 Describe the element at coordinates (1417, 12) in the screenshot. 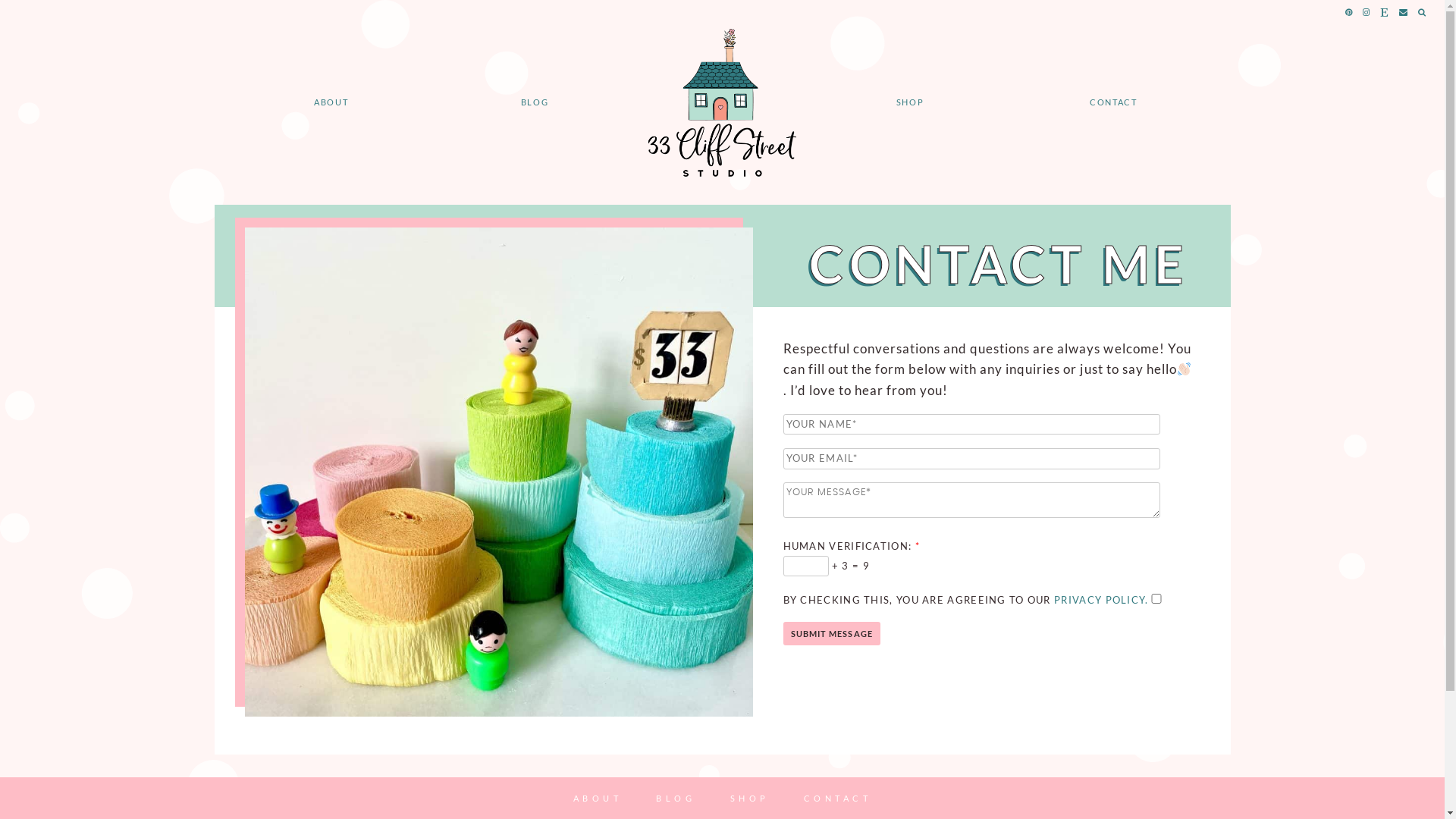

I see `'search icon'` at that location.